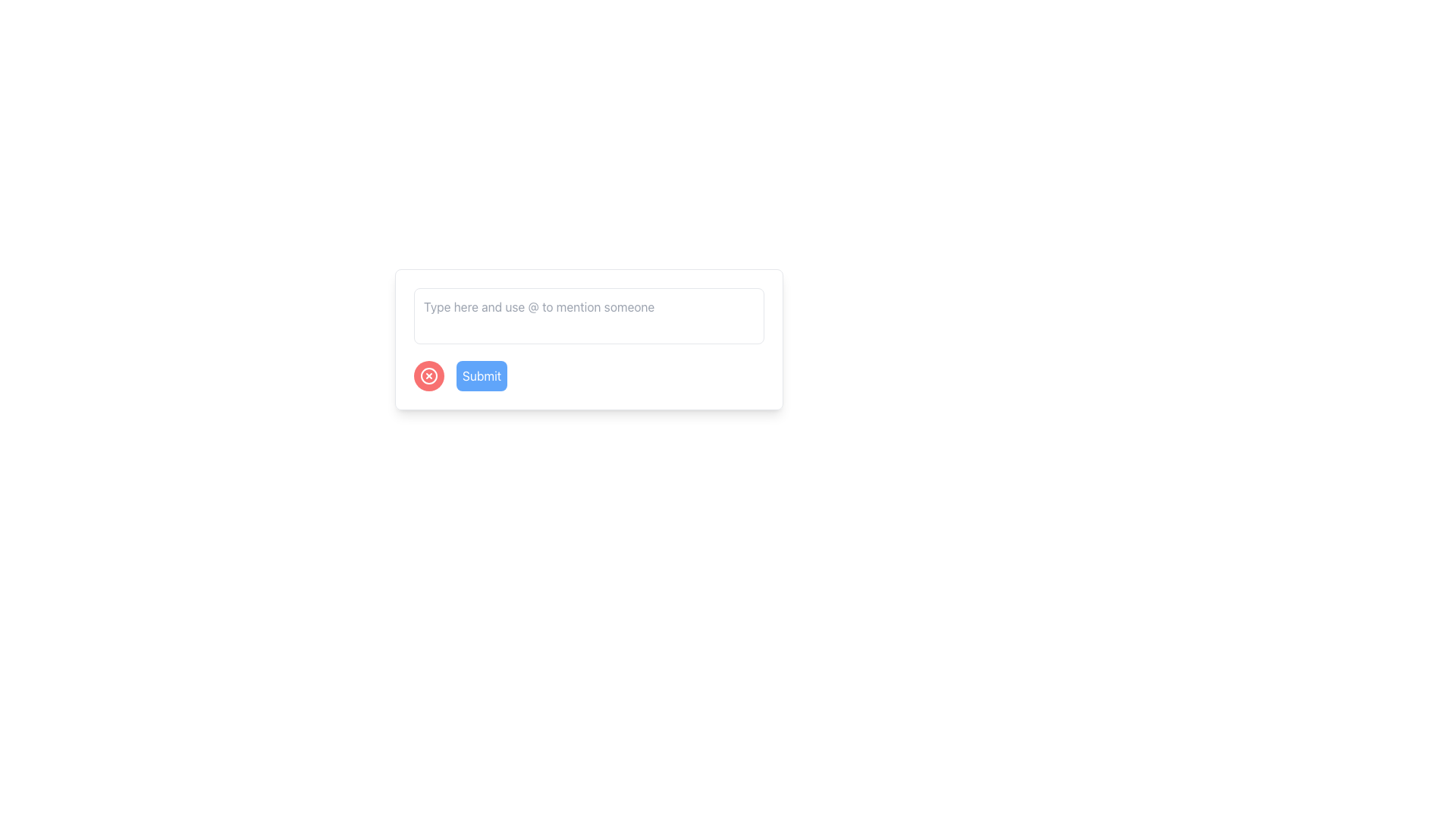  I want to click on the circular red button with a white cross icon to clear the input field, so click(428, 375).